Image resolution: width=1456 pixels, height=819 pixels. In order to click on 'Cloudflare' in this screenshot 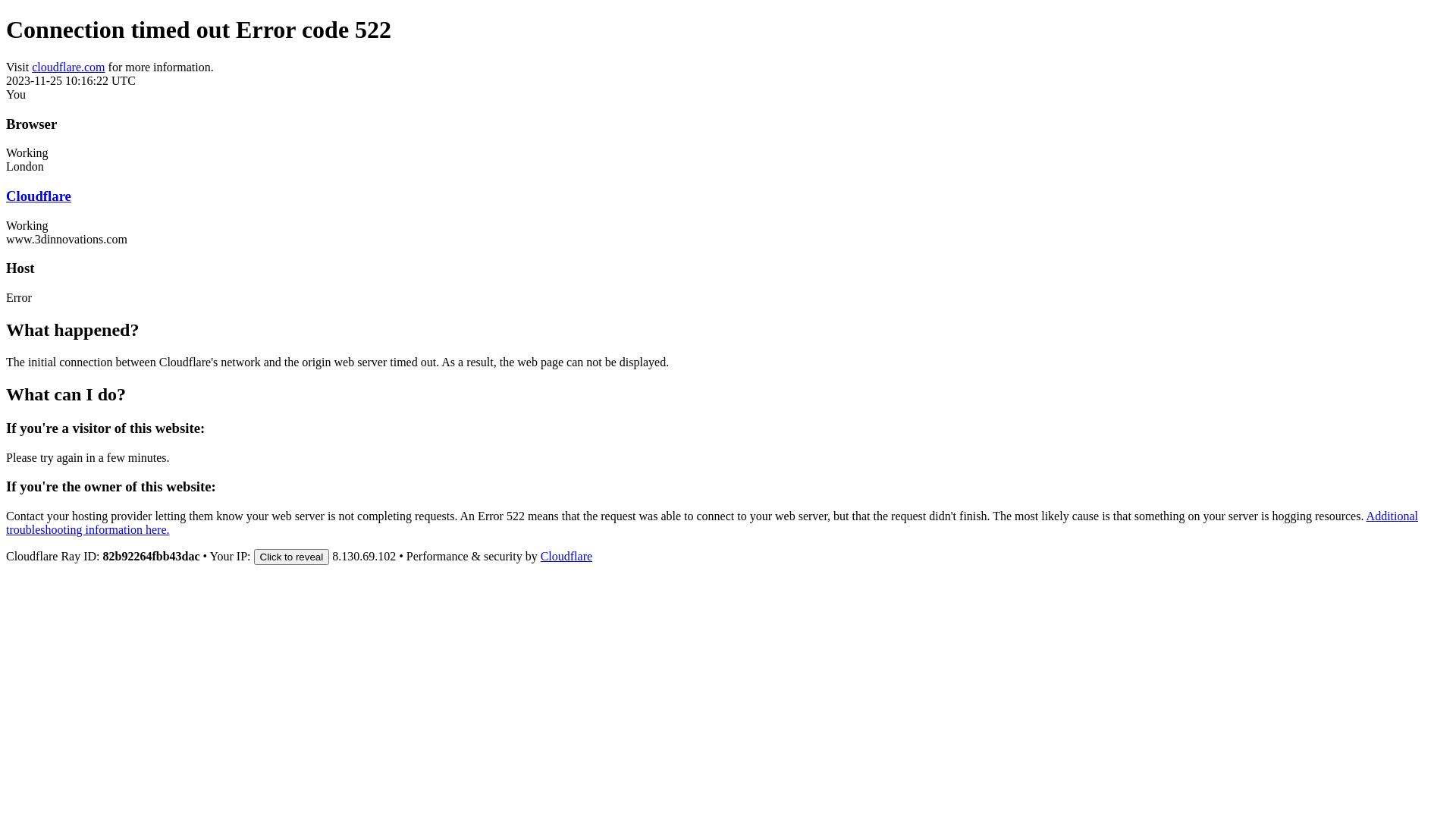, I will do `click(39, 195)`.